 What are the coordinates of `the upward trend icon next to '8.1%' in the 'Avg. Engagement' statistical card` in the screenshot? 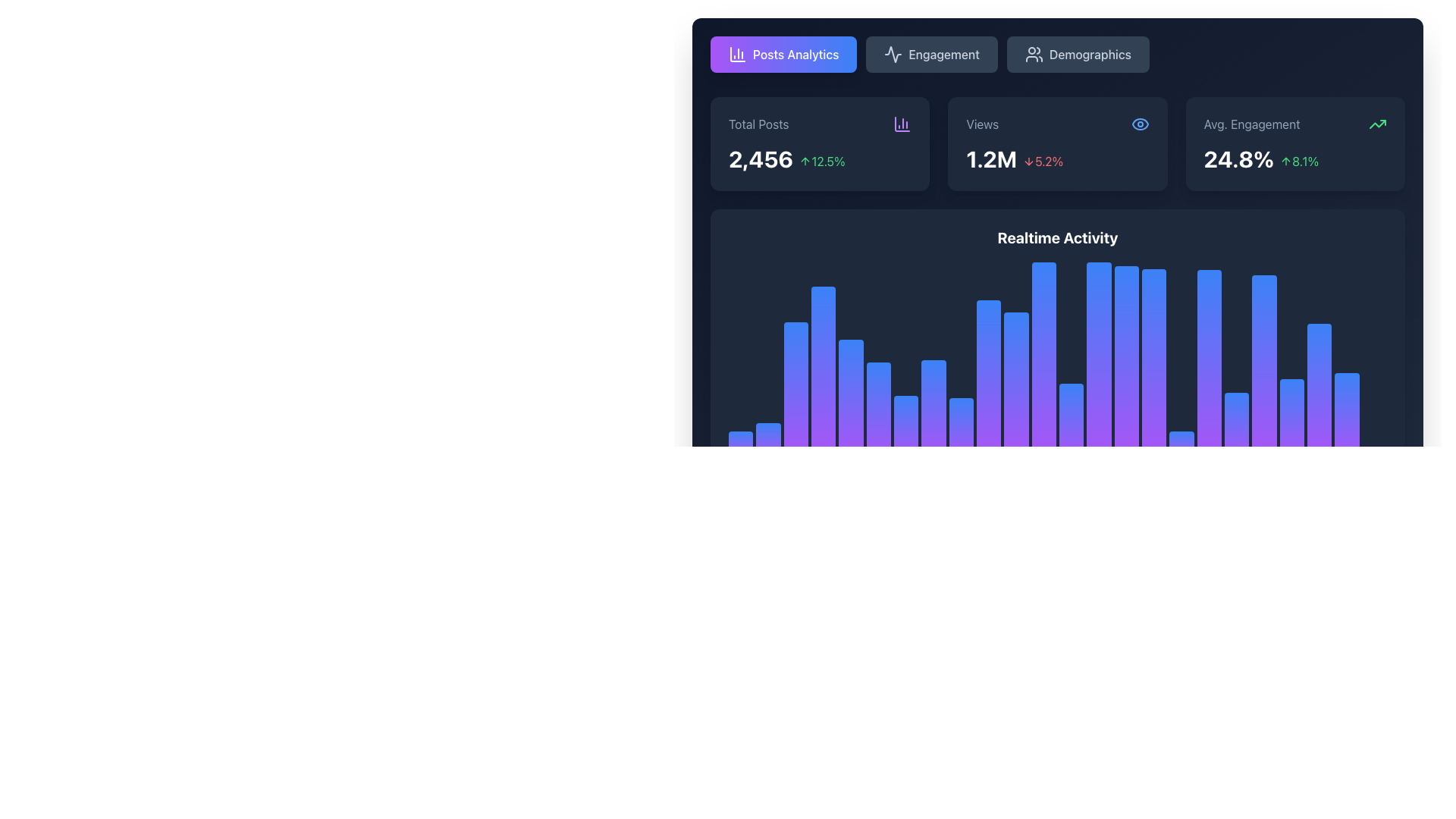 It's located at (1285, 161).